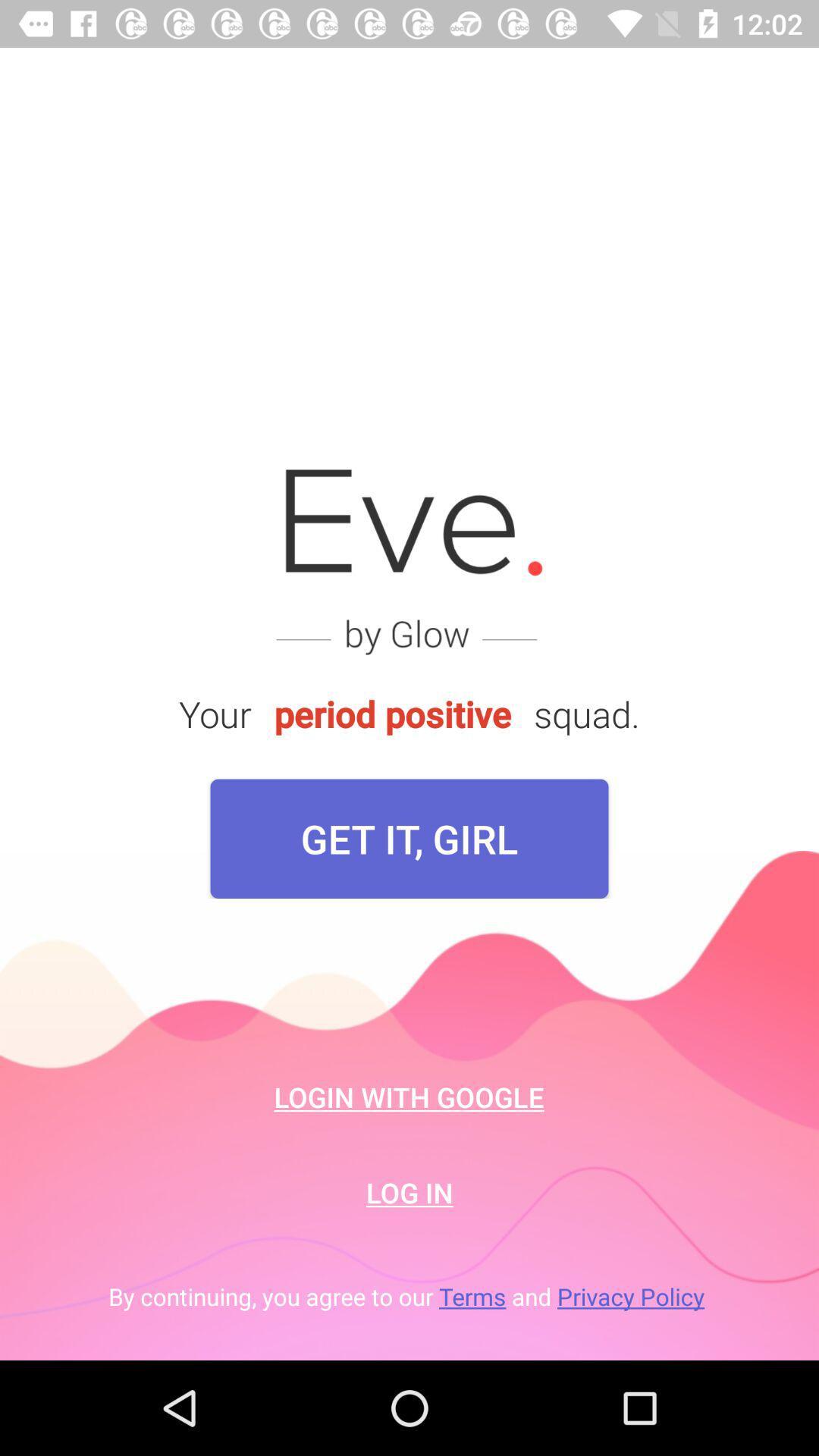 Image resolution: width=819 pixels, height=1456 pixels. I want to click on login with google, so click(408, 1097).